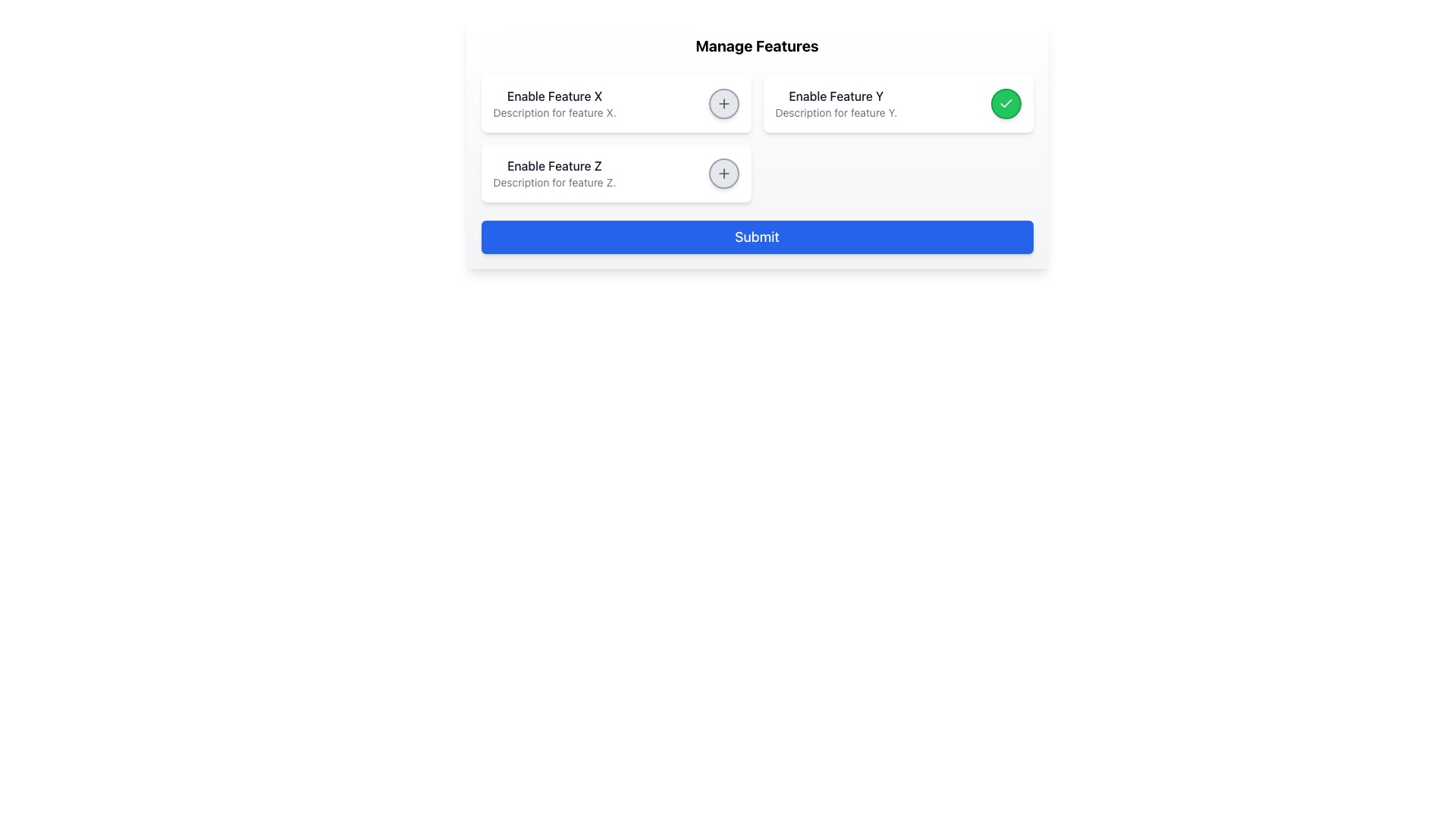 The image size is (1456, 819). Describe the element at coordinates (554, 166) in the screenshot. I see `the 'Enable Feature Z' text label located in the 'Manage Features' section, which serves as a title for the associated feature` at that location.